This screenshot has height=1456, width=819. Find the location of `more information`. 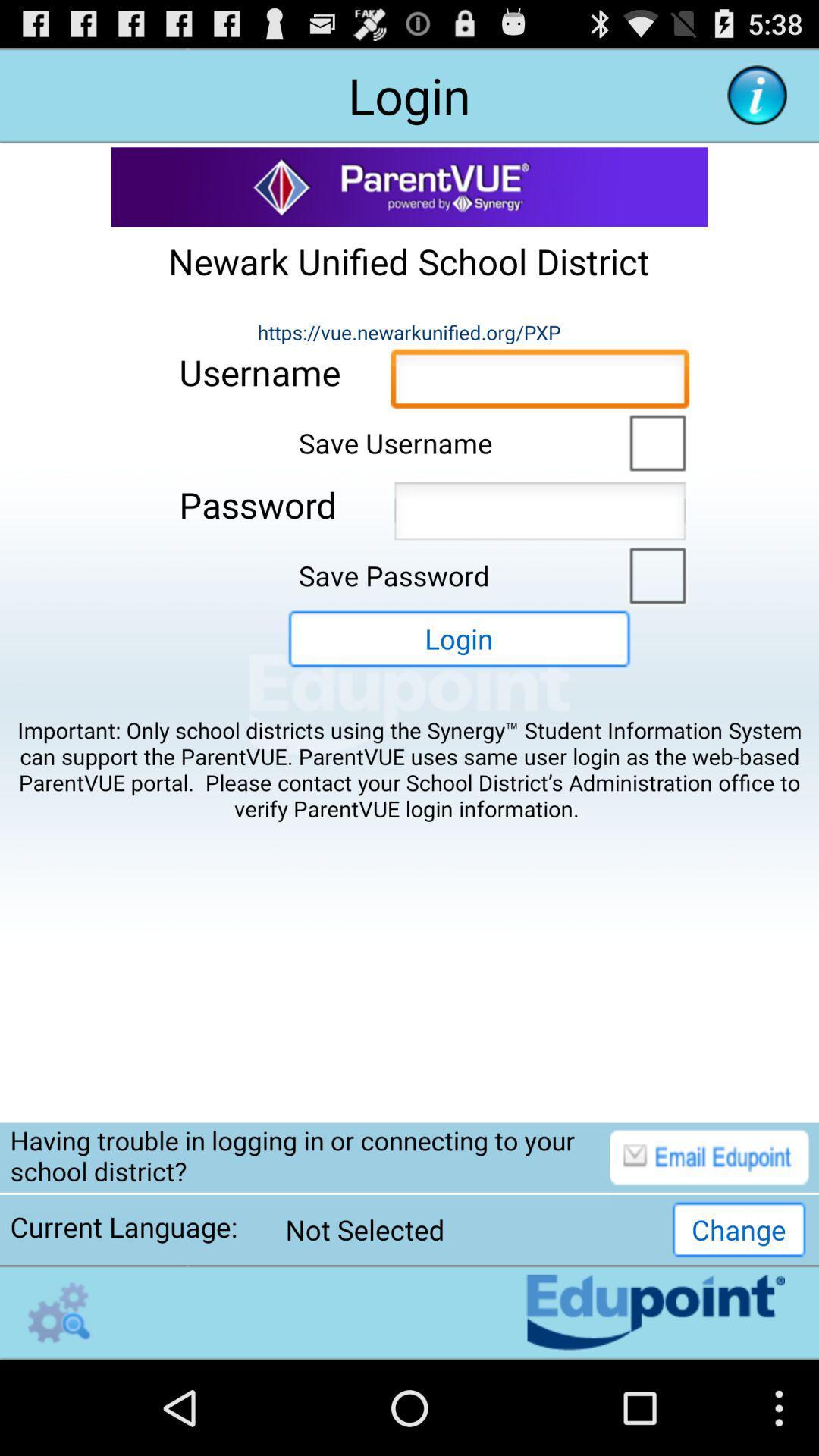

more information is located at coordinates (757, 94).